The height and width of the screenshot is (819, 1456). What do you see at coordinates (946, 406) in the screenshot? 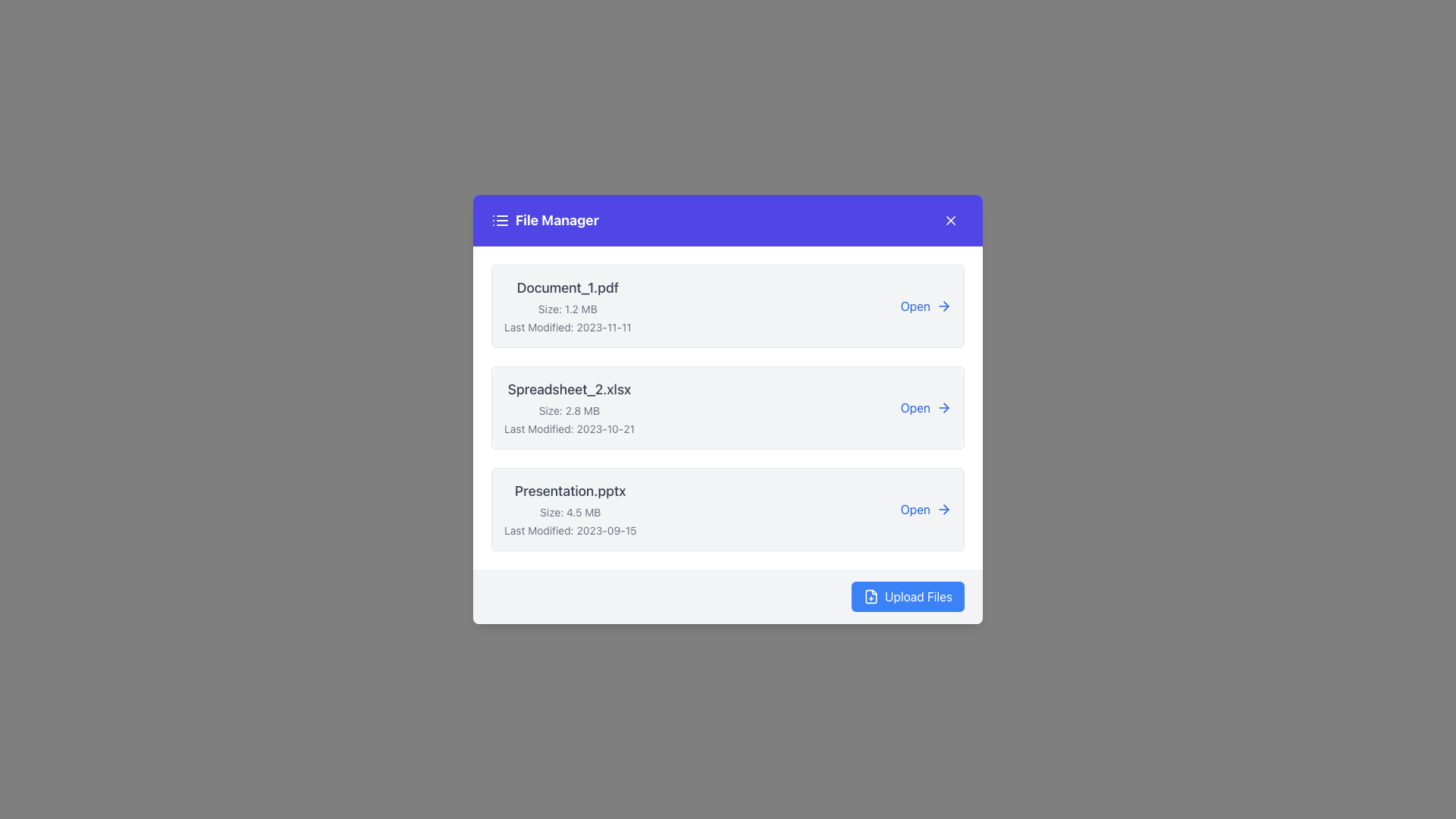
I see `the arrow icon located to the far right of the second file entry in the file management interface` at bounding box center [946, 406].